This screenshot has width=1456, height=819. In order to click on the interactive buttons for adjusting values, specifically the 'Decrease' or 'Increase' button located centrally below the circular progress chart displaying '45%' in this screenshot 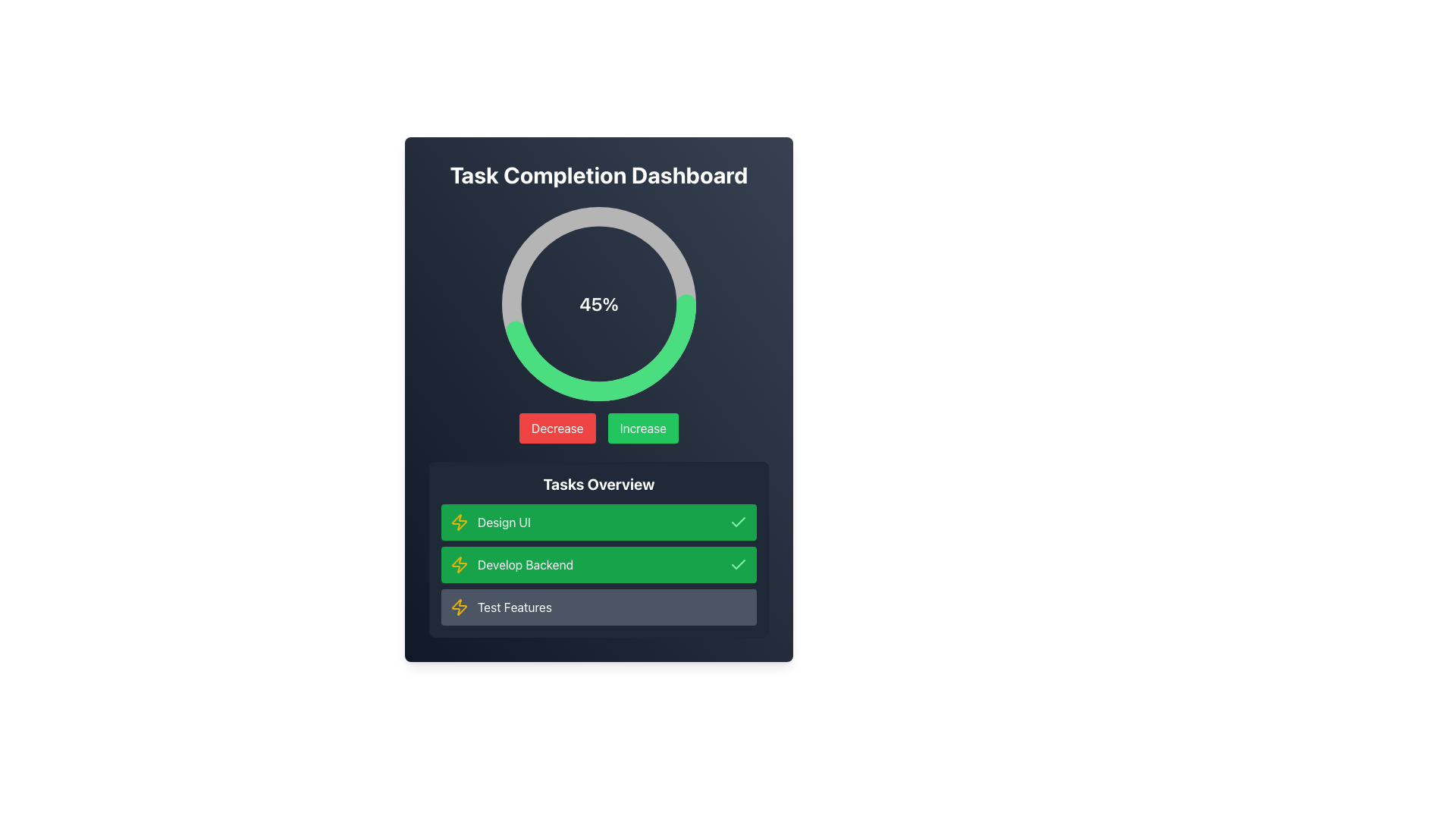, I will do `click(598, 428)`.